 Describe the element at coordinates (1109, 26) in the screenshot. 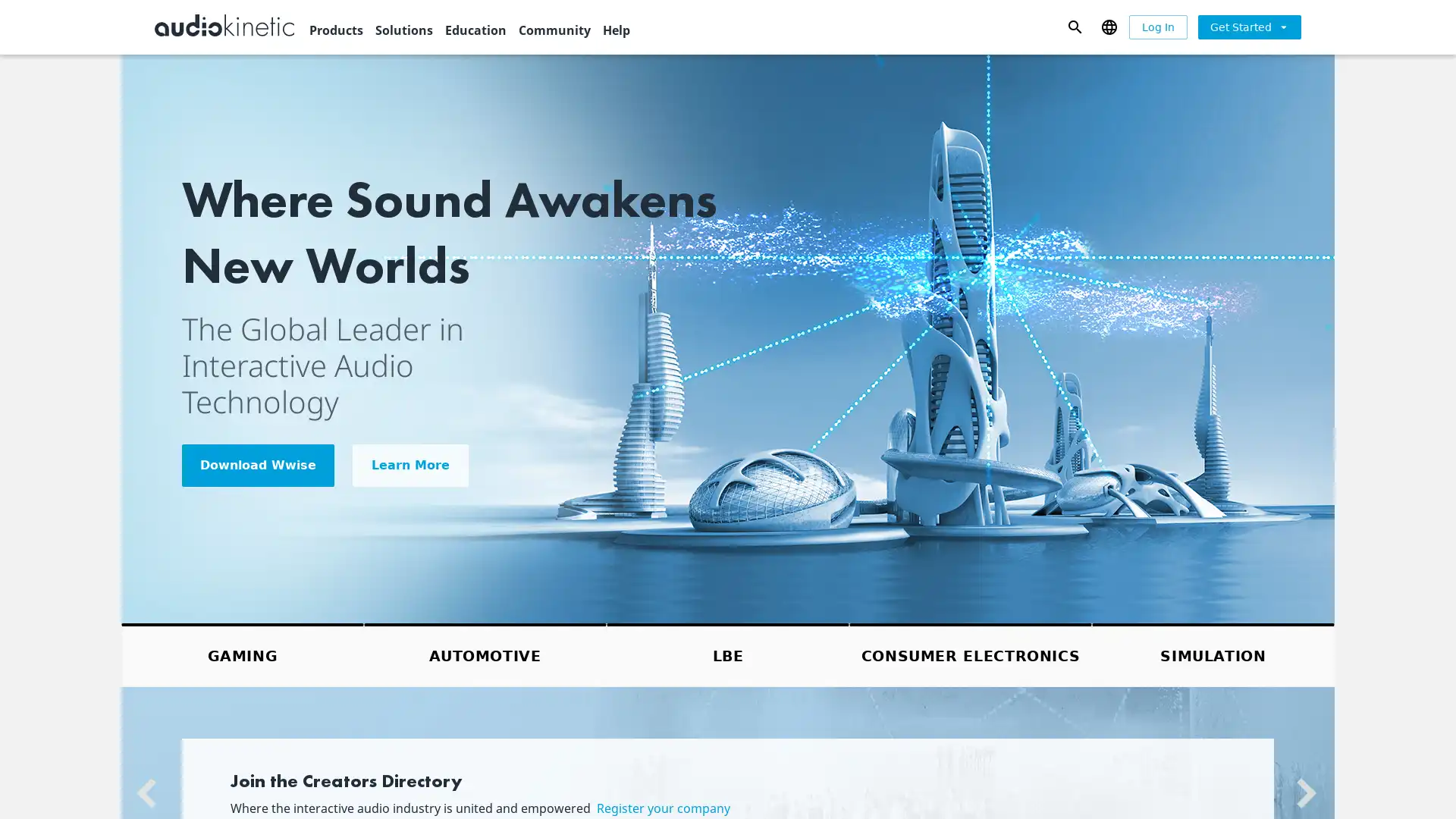

I see `language` at that location.